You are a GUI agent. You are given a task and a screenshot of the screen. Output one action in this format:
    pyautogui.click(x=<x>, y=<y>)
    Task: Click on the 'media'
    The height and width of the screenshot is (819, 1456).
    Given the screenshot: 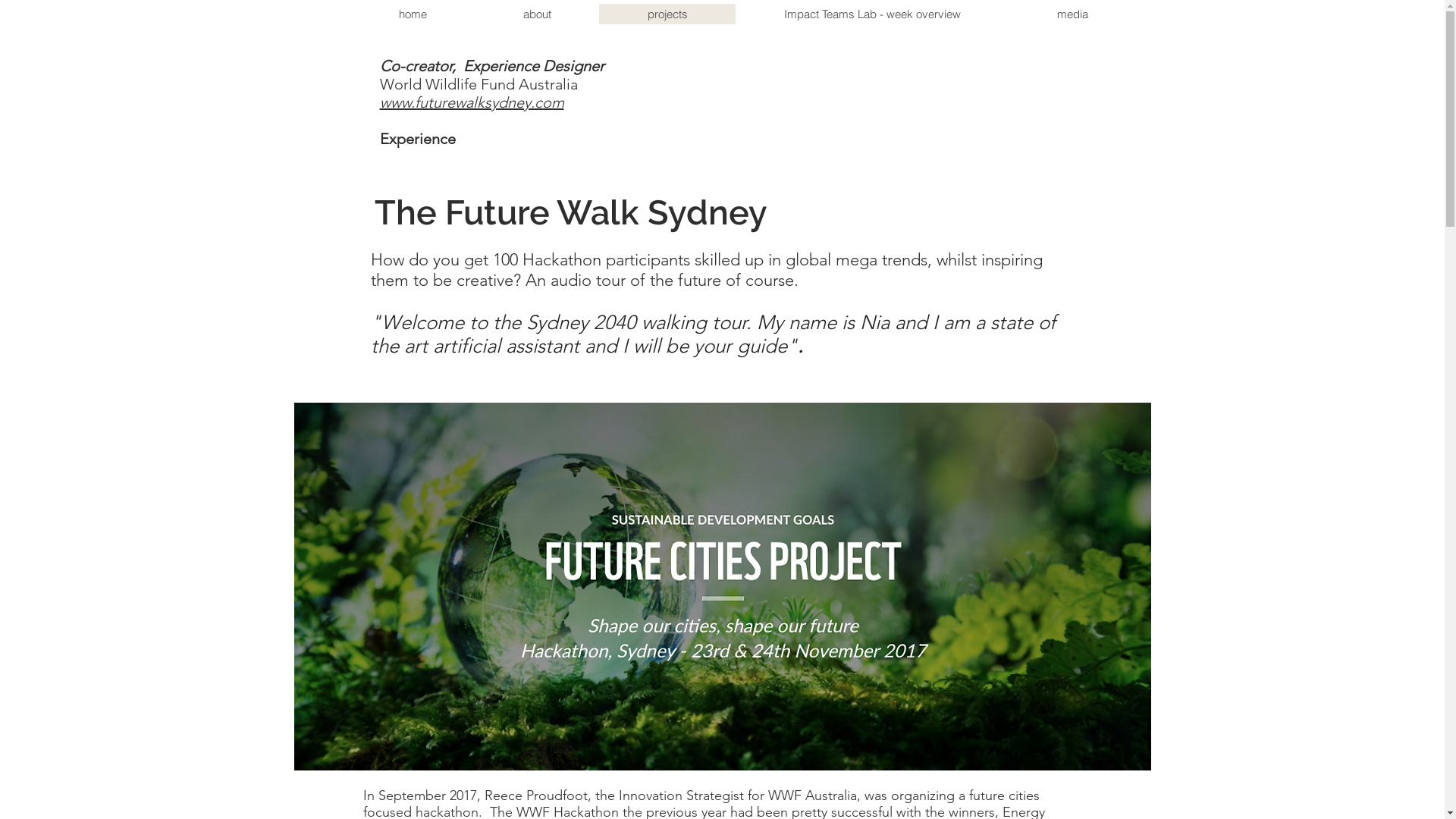 What is the action you would take?
    pyautogui.click(x=1072, y=14)
    